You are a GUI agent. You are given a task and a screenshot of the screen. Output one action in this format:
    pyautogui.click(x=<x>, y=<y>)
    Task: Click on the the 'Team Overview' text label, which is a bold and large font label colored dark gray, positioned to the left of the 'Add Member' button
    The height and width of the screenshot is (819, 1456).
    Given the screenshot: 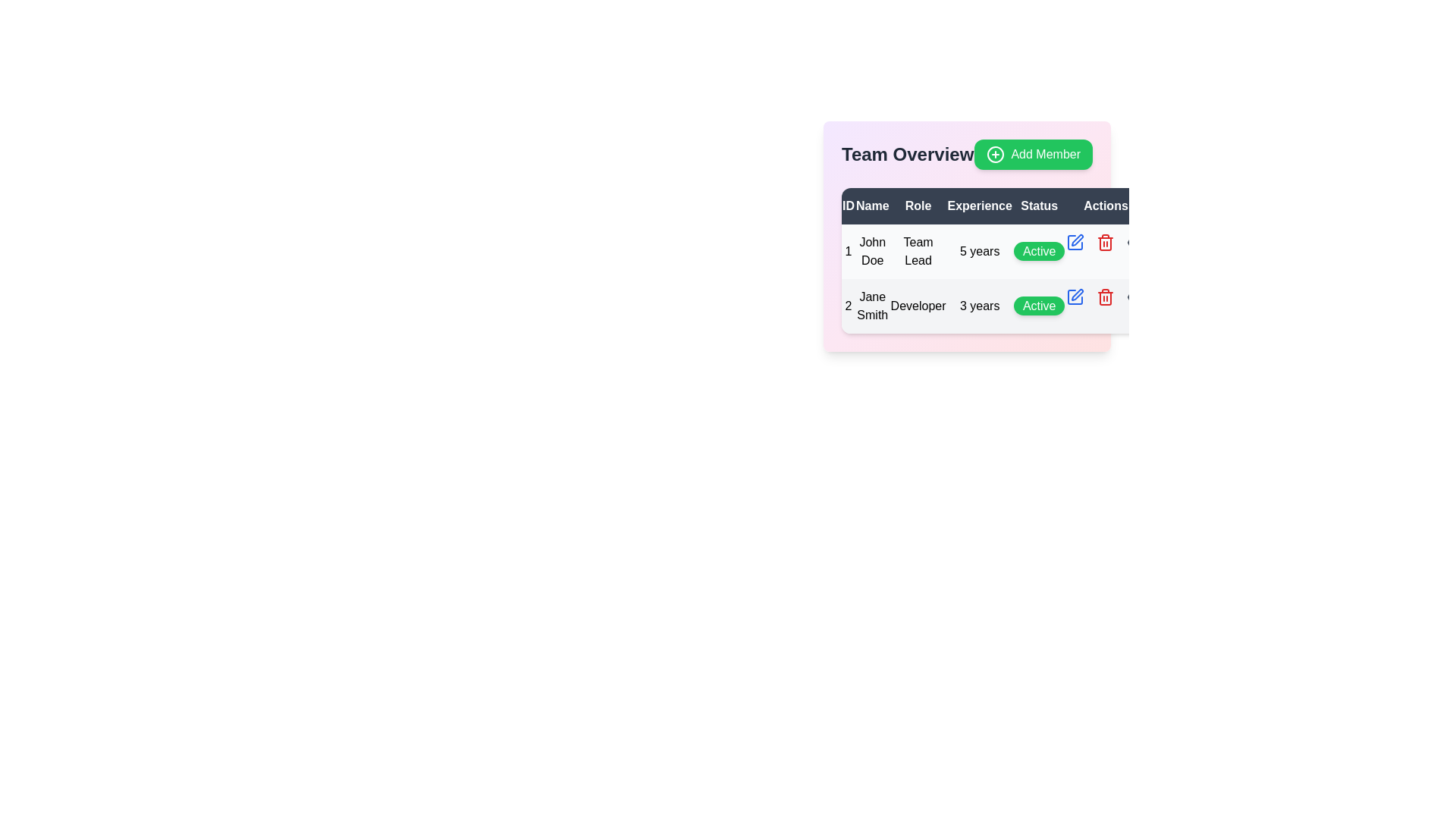 What is the action you would take?
    pyautogui.click(x=908, y=155)
    